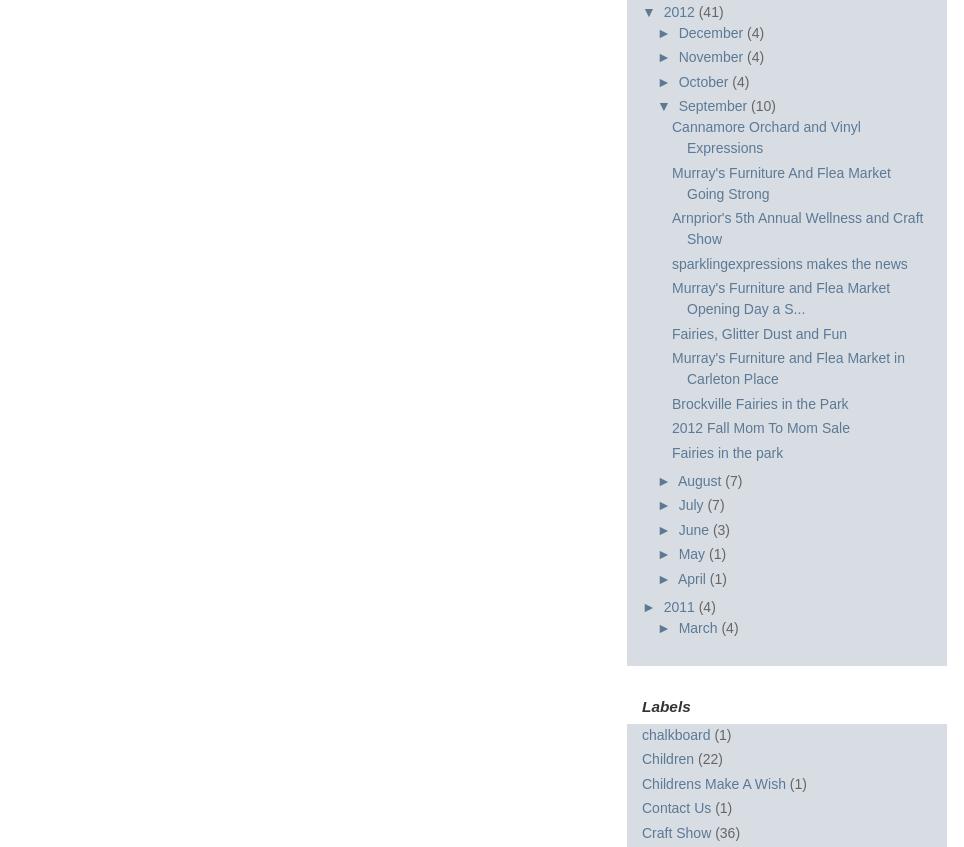  Describe the element at coordinates (695, 528) in the screenshot. I see `'June'` at that location.